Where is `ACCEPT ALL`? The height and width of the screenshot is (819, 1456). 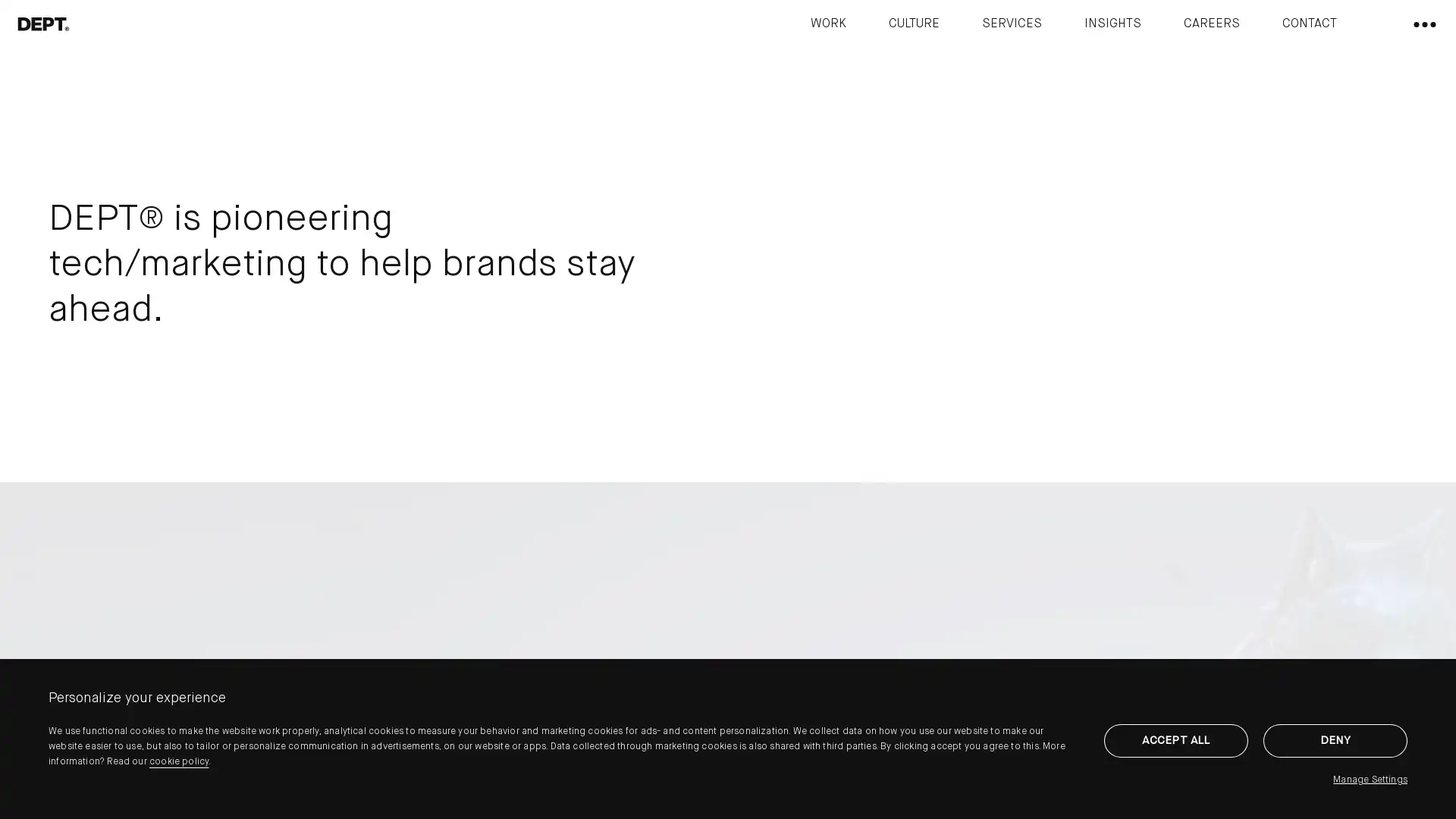 ACCEPT ALL is located at coordinates (1175, 739).